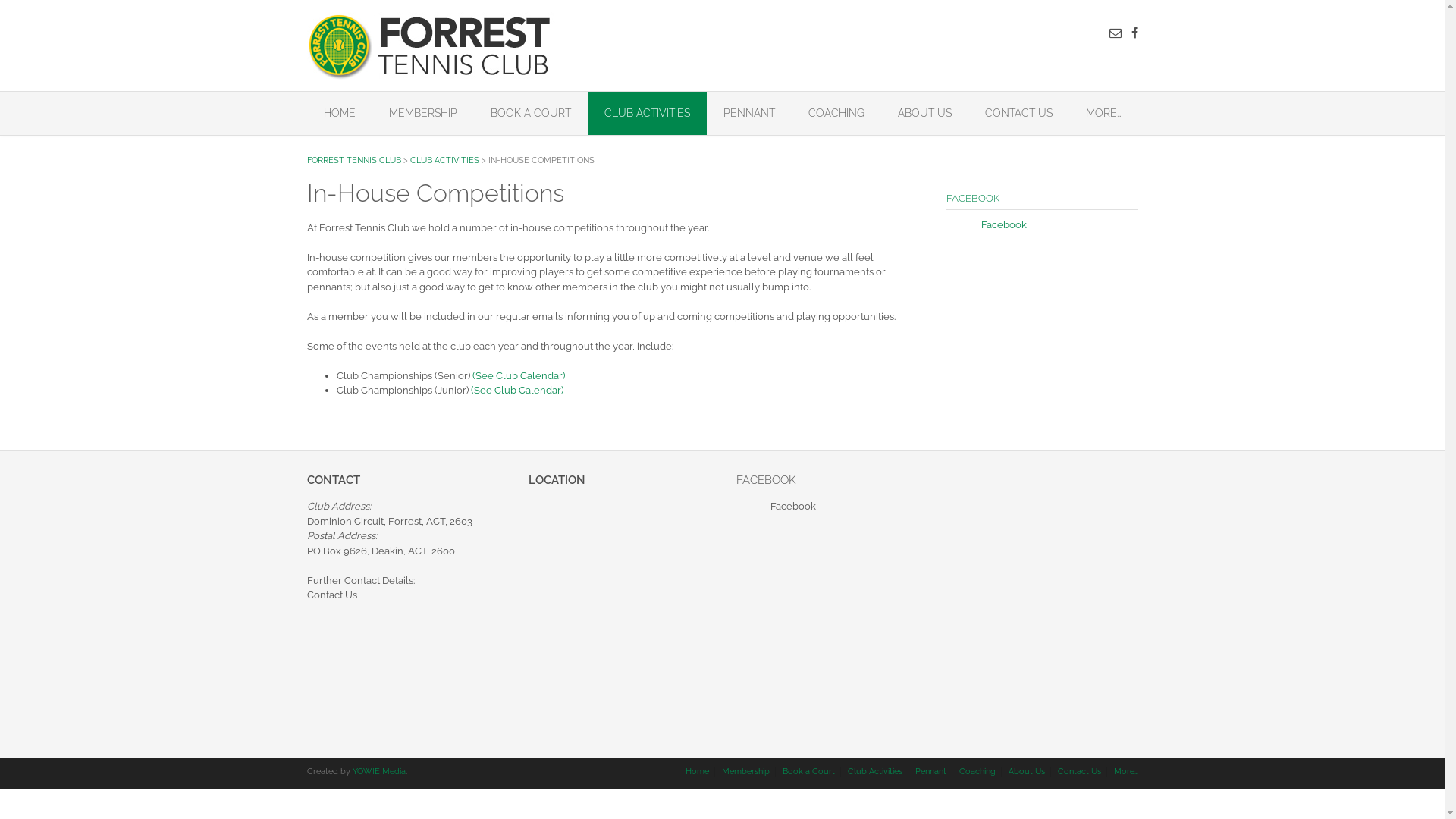 The image size is (1456, 819). I want to click on 'Send us an email', so click(1109, 32).